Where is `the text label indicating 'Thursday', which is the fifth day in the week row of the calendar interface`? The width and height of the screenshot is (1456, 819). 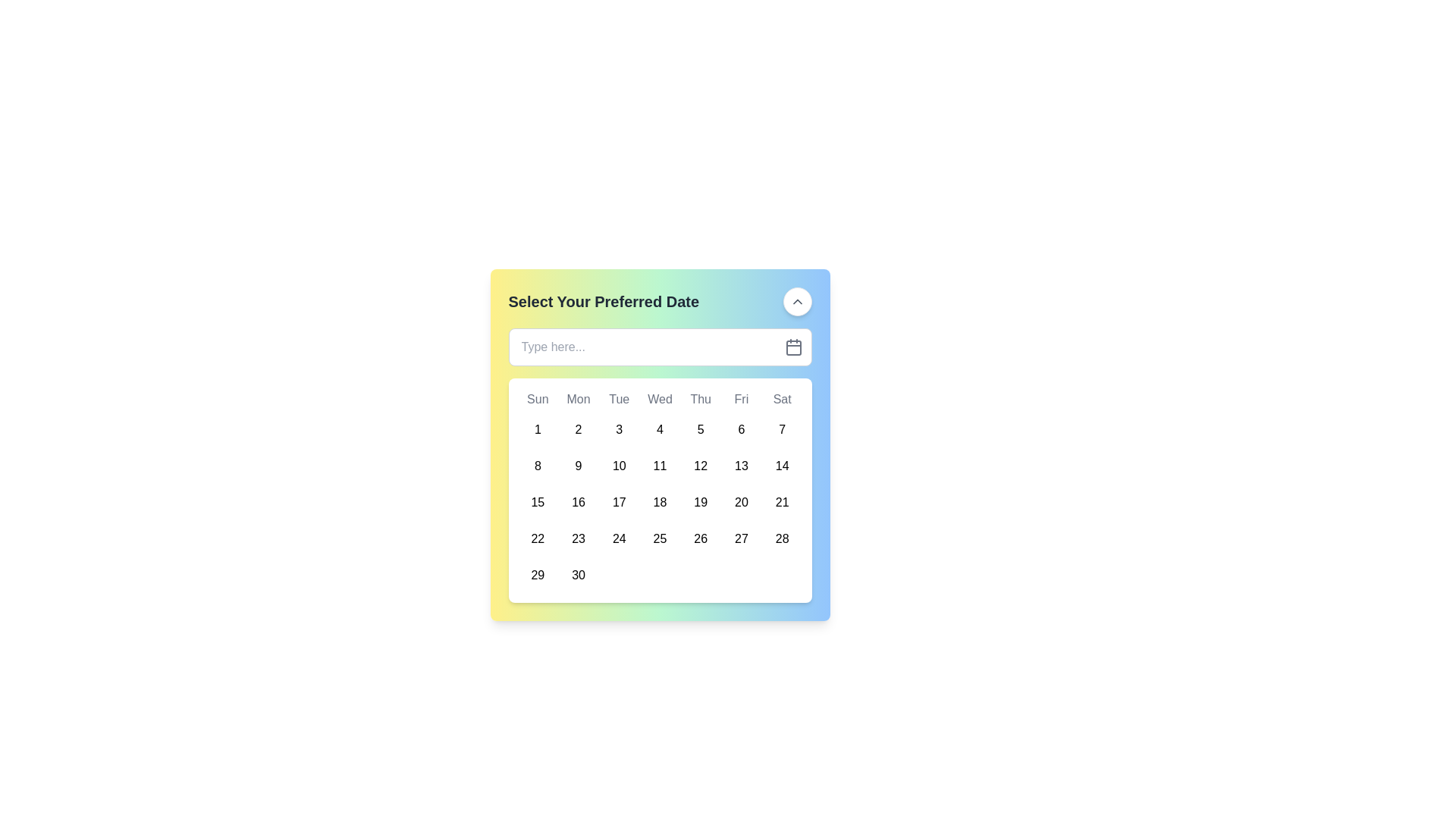
the text label indicating 'Thursday', which is the fifth day in the week row of the calendar interface is located at coordinates (700, 399).